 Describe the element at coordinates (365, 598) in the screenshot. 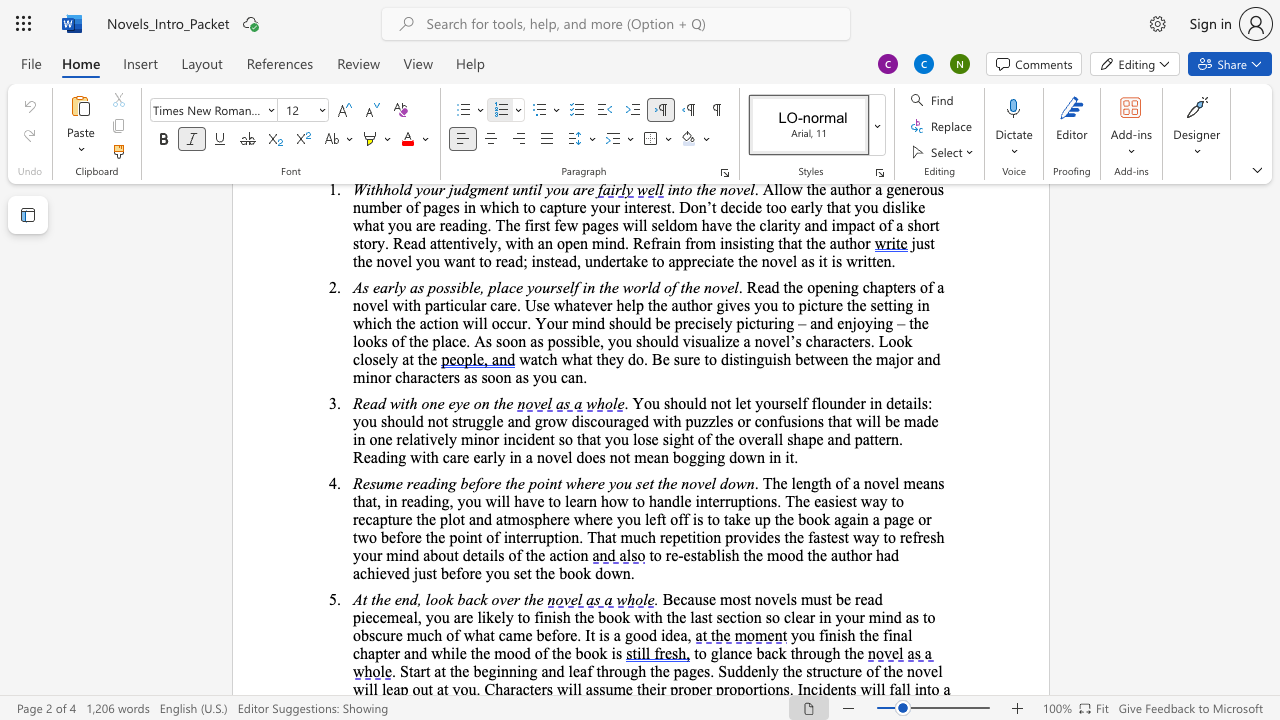

I see `the 1th character "t" in the text` at that location.